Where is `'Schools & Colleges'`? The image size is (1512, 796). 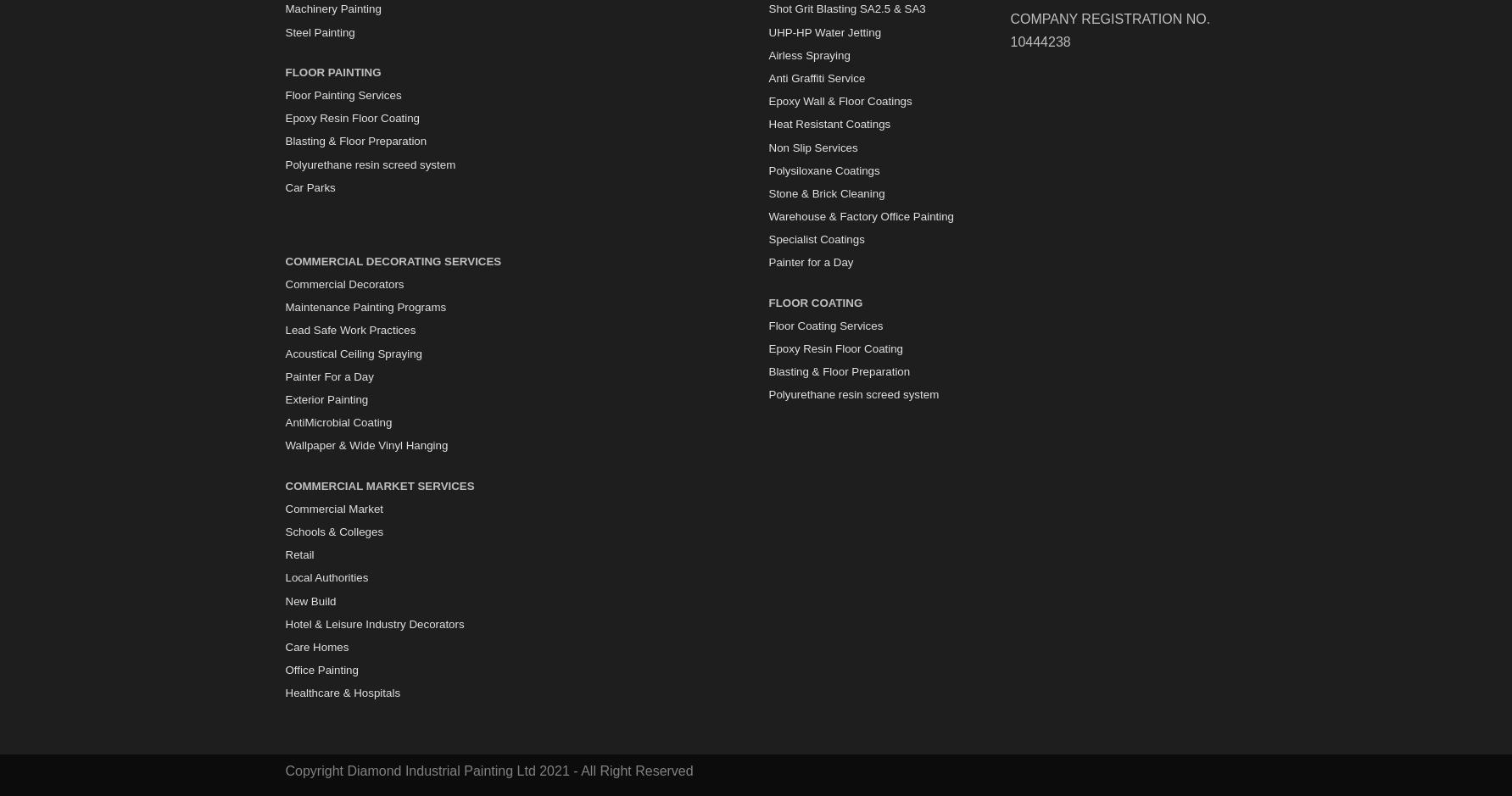
'Schools & Colleges' is located at coordinates (333, 530).